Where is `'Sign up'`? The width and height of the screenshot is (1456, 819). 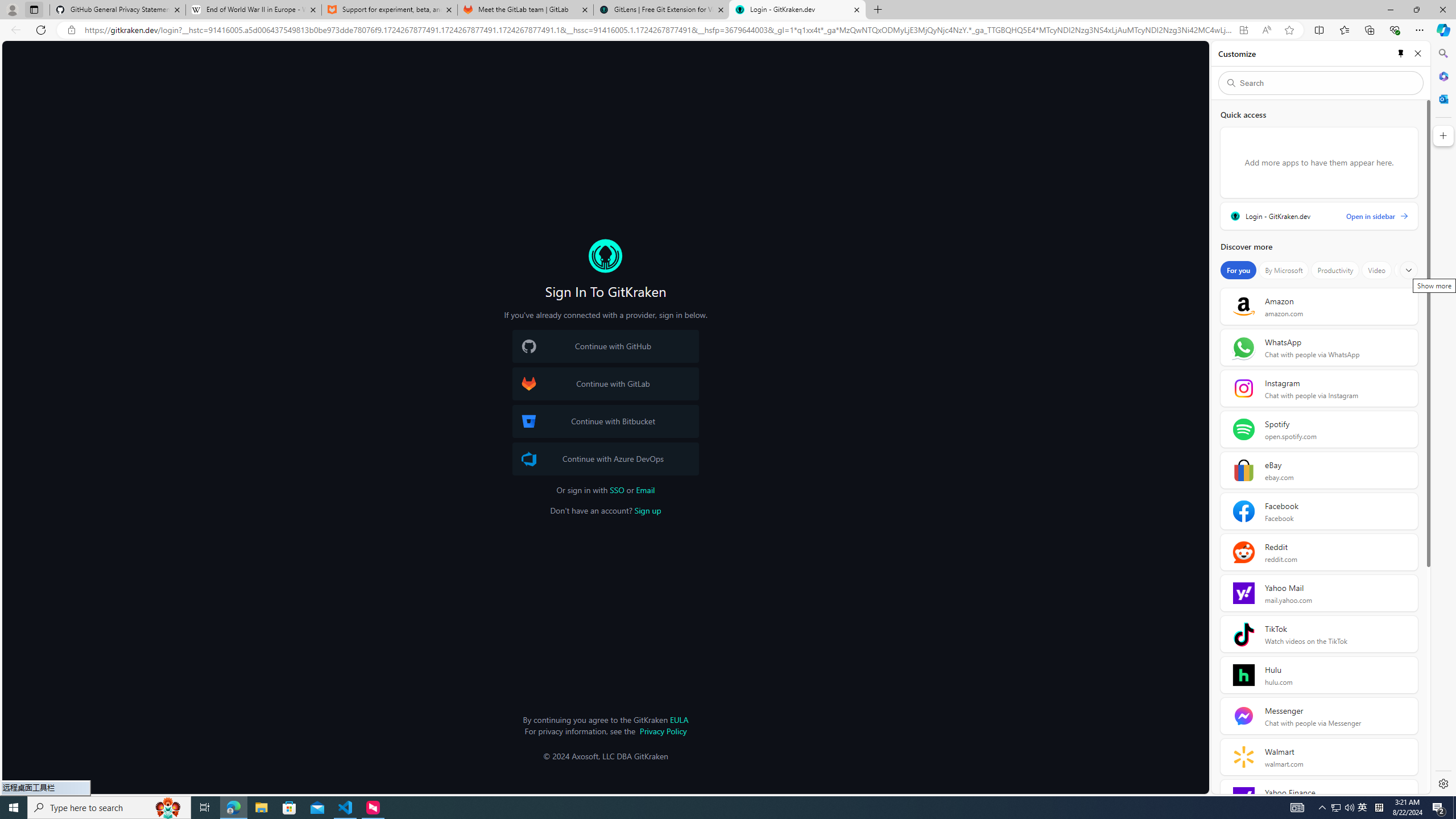
'Sign up' is located at coordinates (647, 510).